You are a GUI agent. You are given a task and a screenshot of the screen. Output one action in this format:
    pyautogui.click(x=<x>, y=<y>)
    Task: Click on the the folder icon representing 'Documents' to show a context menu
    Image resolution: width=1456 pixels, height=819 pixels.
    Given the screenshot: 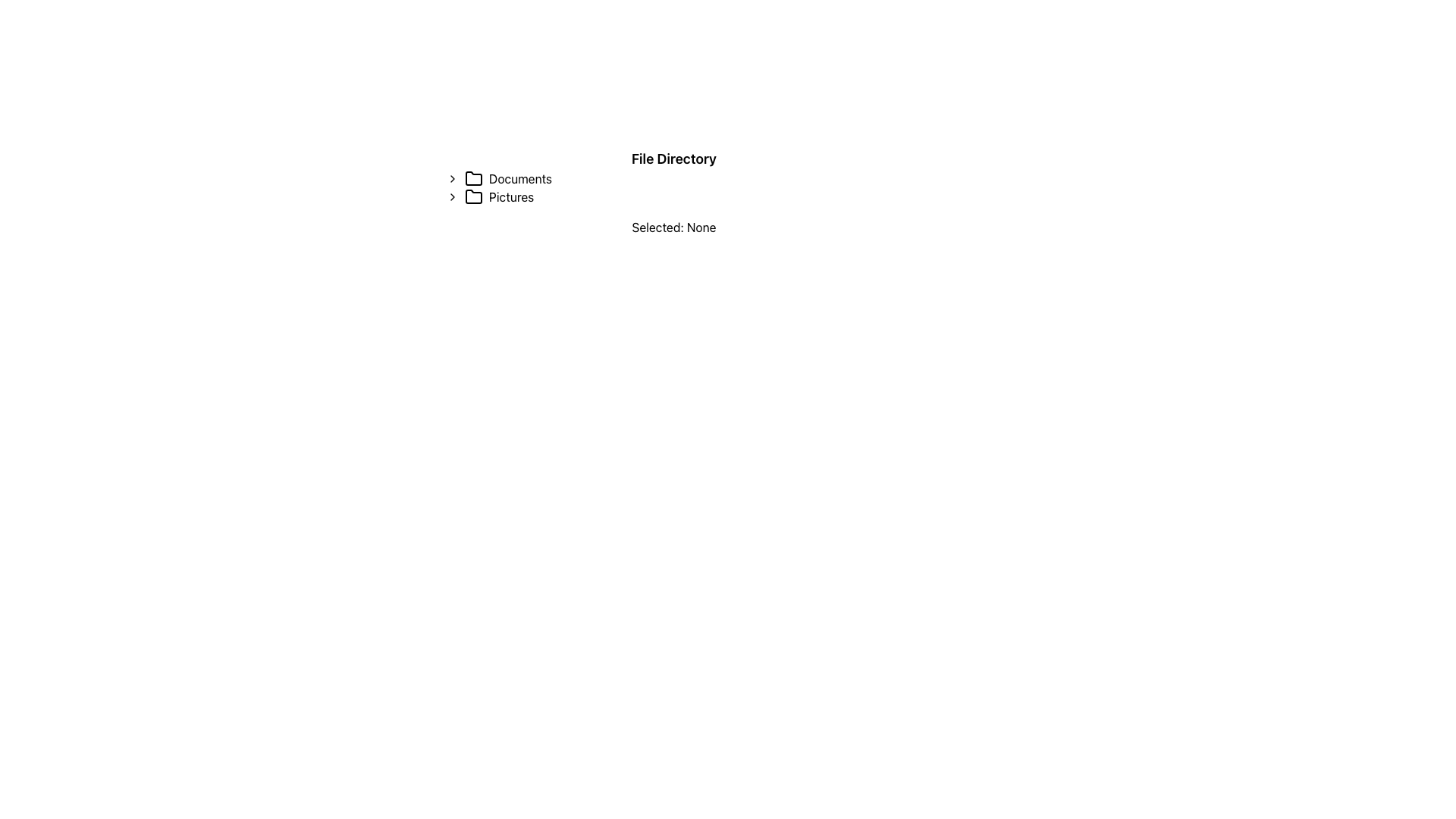 What is the action you would take?
    pyautogui.click(x=472, y=177)
    